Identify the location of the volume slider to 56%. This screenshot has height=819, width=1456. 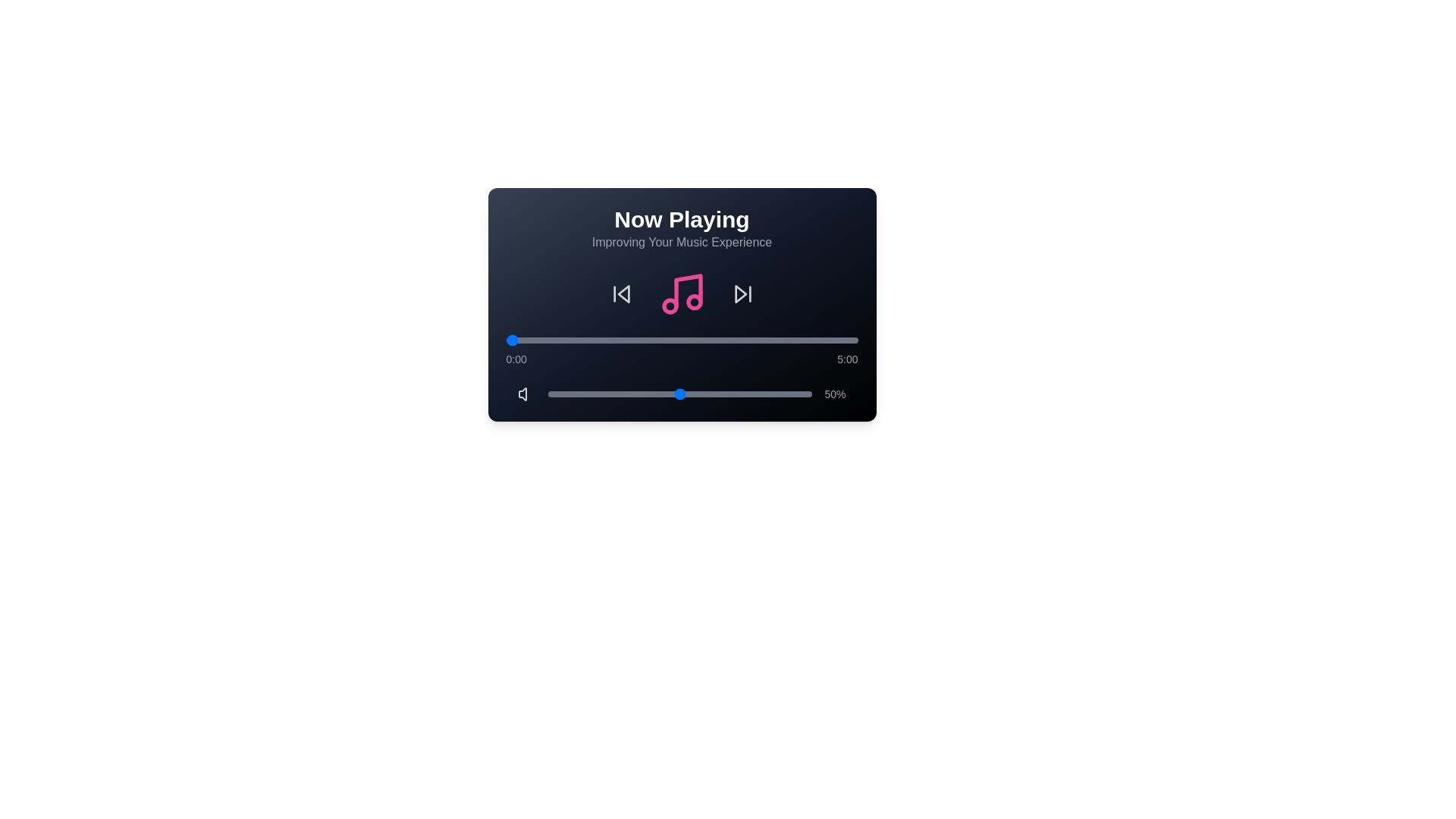
(695, 394).